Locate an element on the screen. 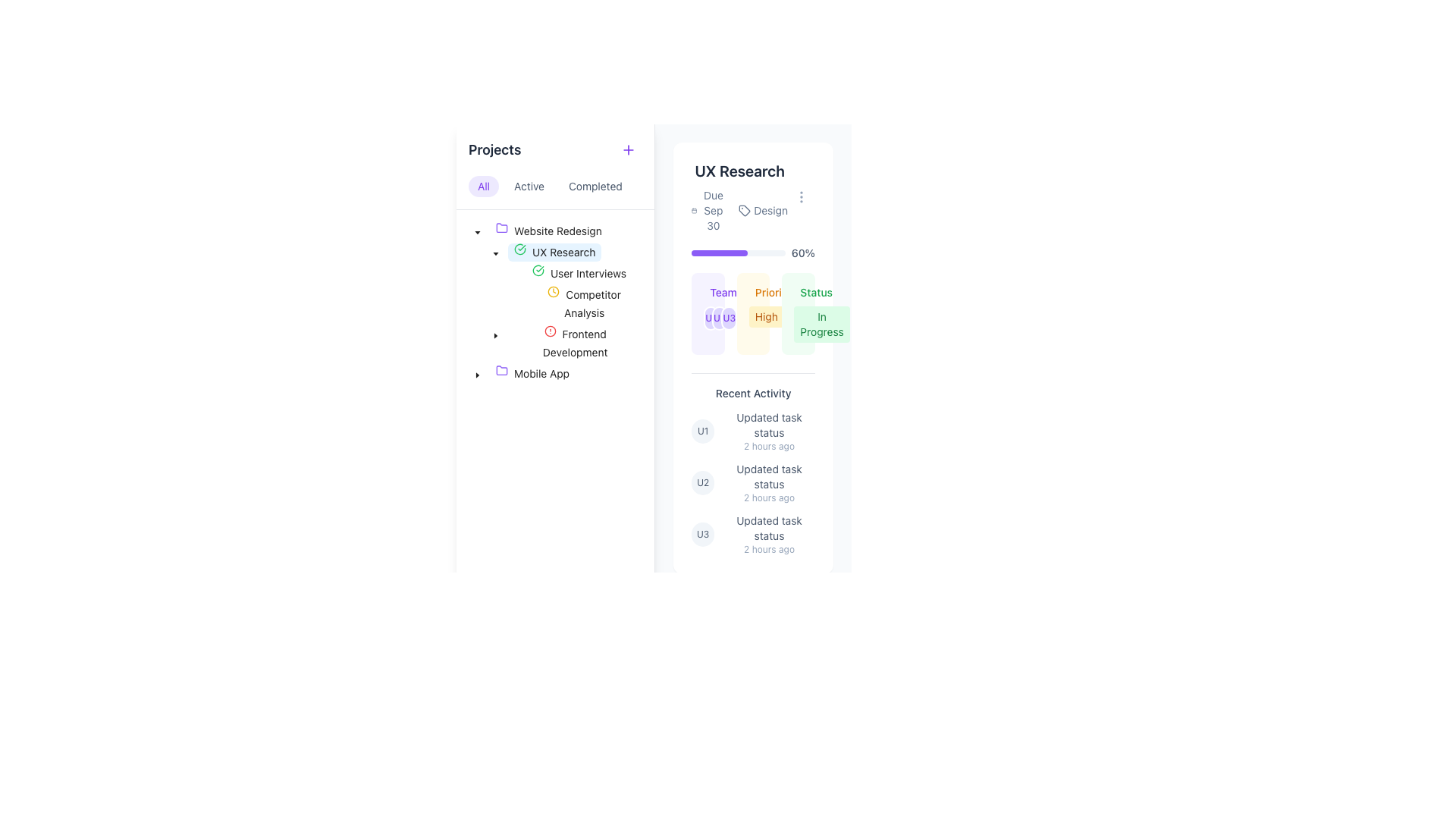 The image size is (1456, 819). the 'Competitor Analysis' tree item, which is positioned under 'User Interviews' and above 'Frontend Development' is located at coordinates (554, 304).